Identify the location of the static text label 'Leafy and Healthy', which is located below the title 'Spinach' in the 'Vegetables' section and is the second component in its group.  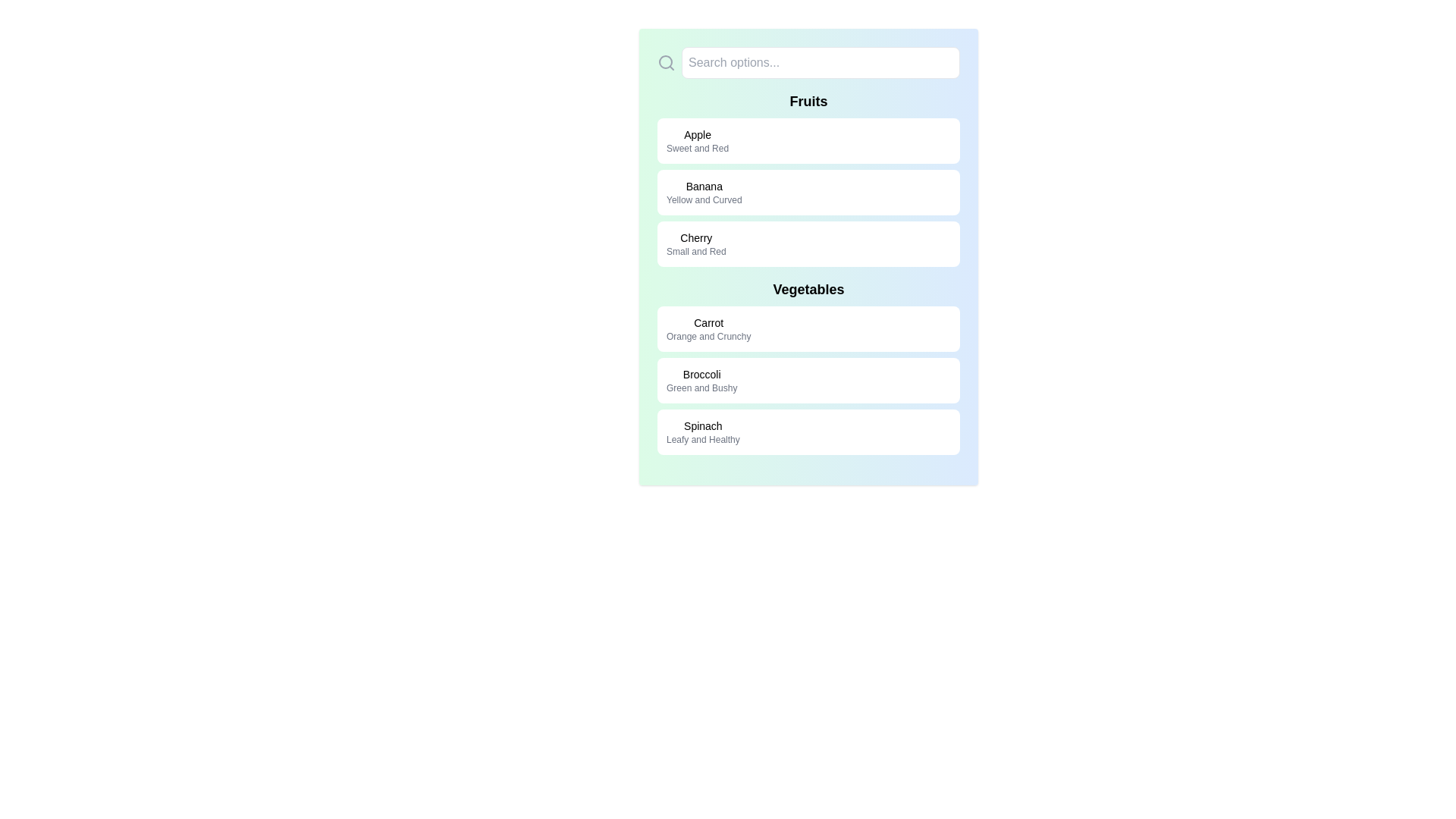
(702, 439).